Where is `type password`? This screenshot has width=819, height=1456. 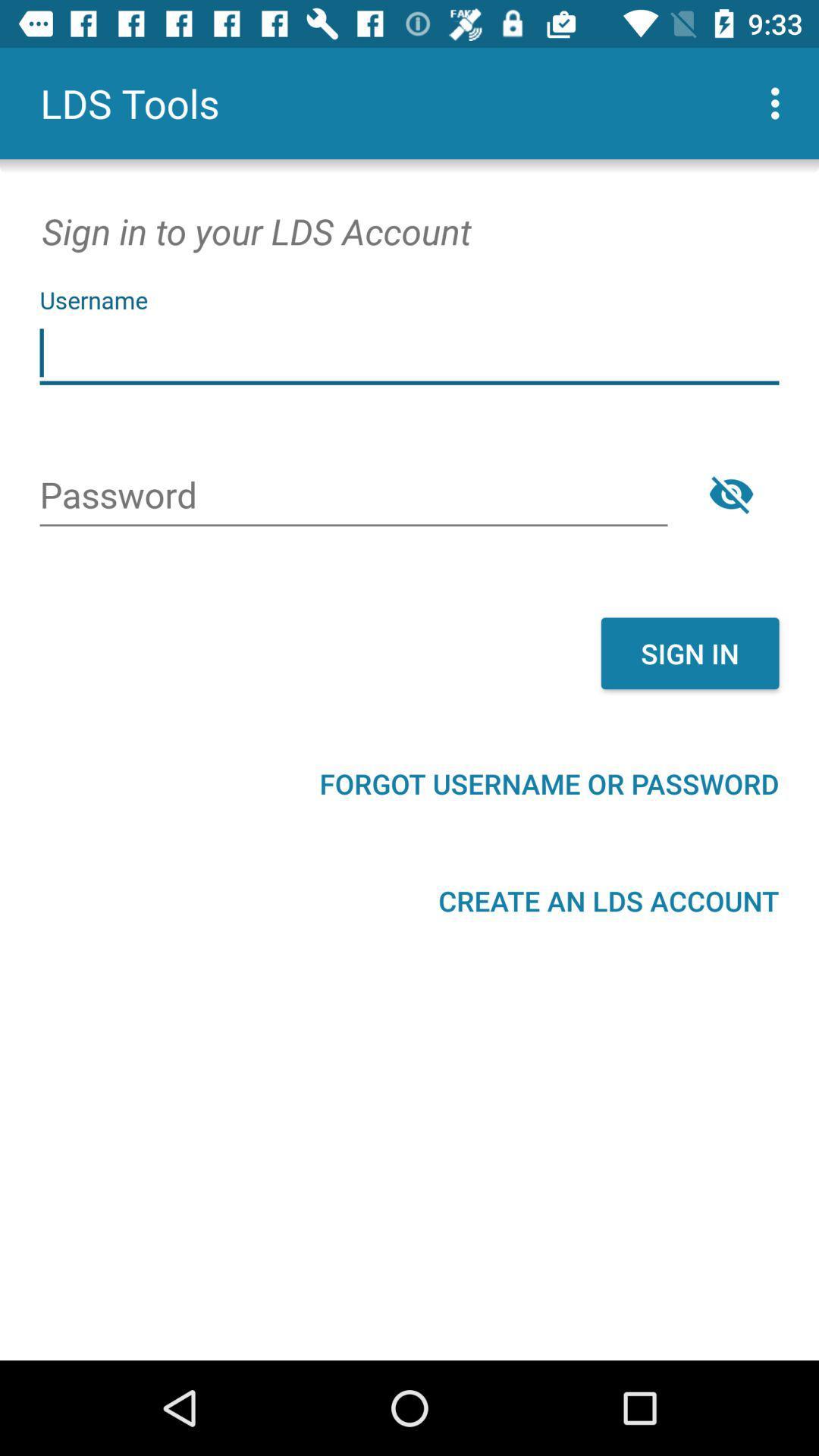 type password is located at coordinates (353, 497).